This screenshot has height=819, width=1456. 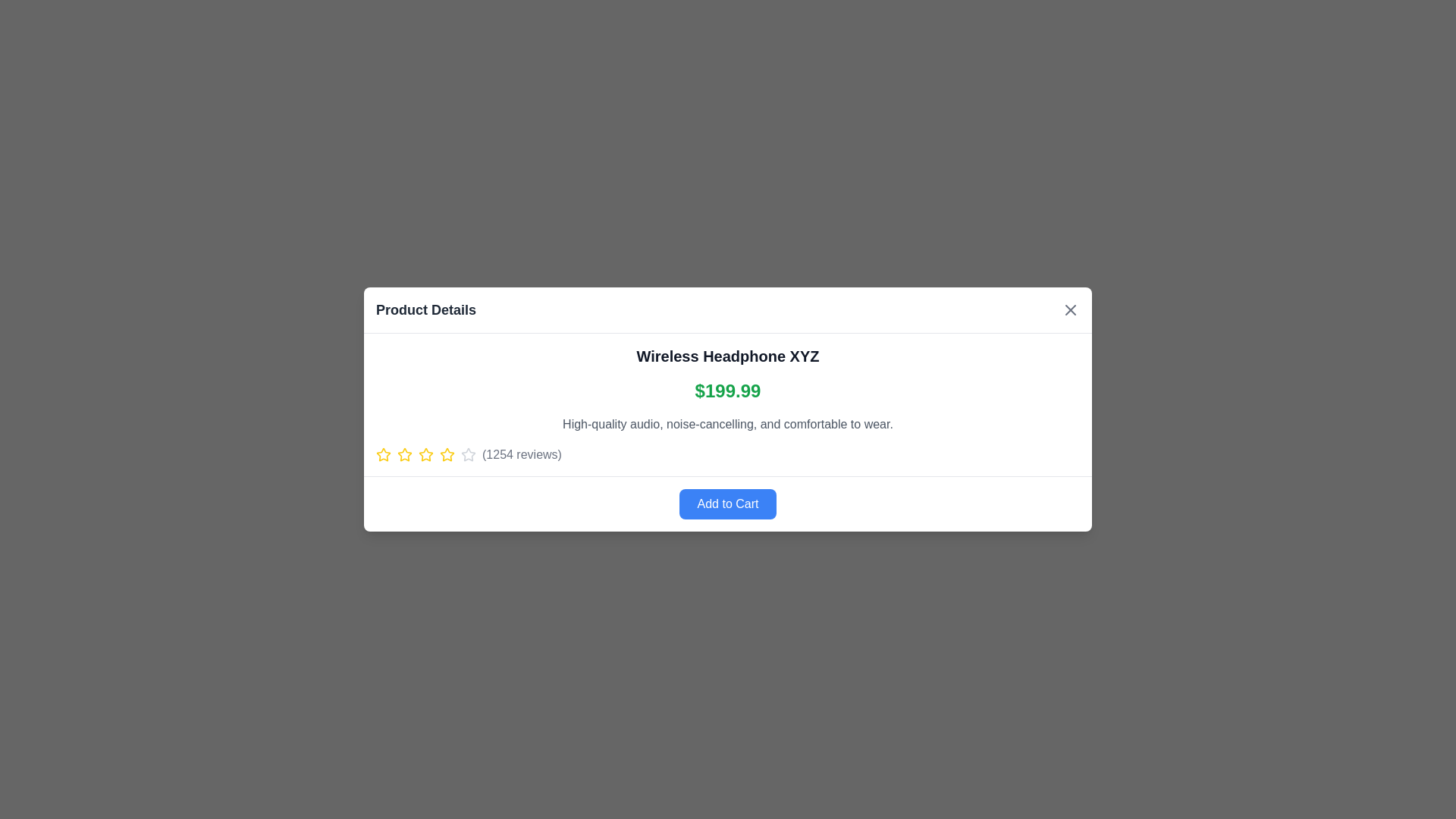 I want to click on the 'X' icon button in the top-right corner of the 'Product Details' modal dialog, so click(x=1069, y=309).